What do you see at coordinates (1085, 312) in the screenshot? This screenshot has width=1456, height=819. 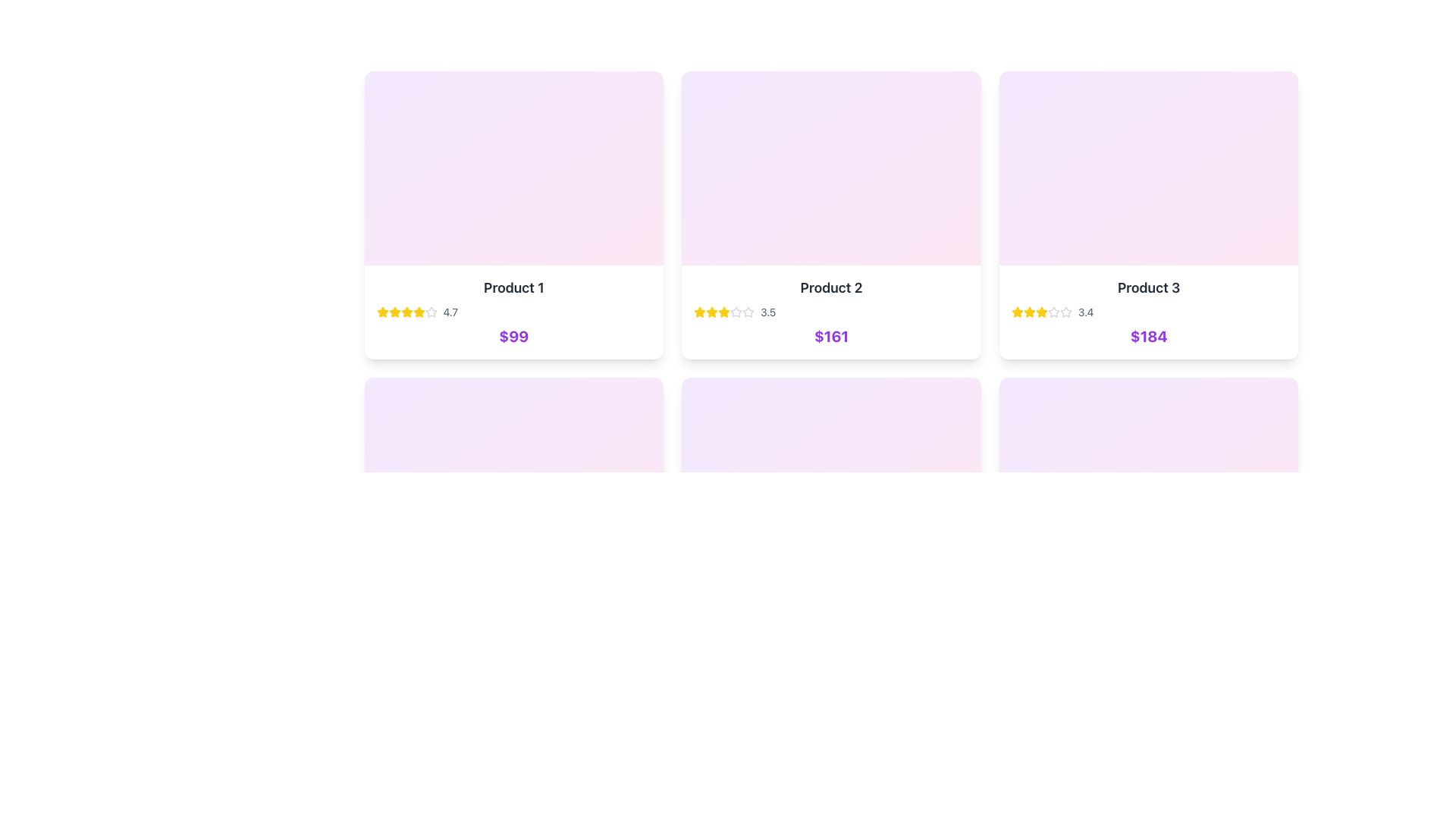 I see `text displayed in the label that shows the average numerical rating next to the star icons in the rating section of 'Product 3' on the third card` at bounding box center [1085, 312].